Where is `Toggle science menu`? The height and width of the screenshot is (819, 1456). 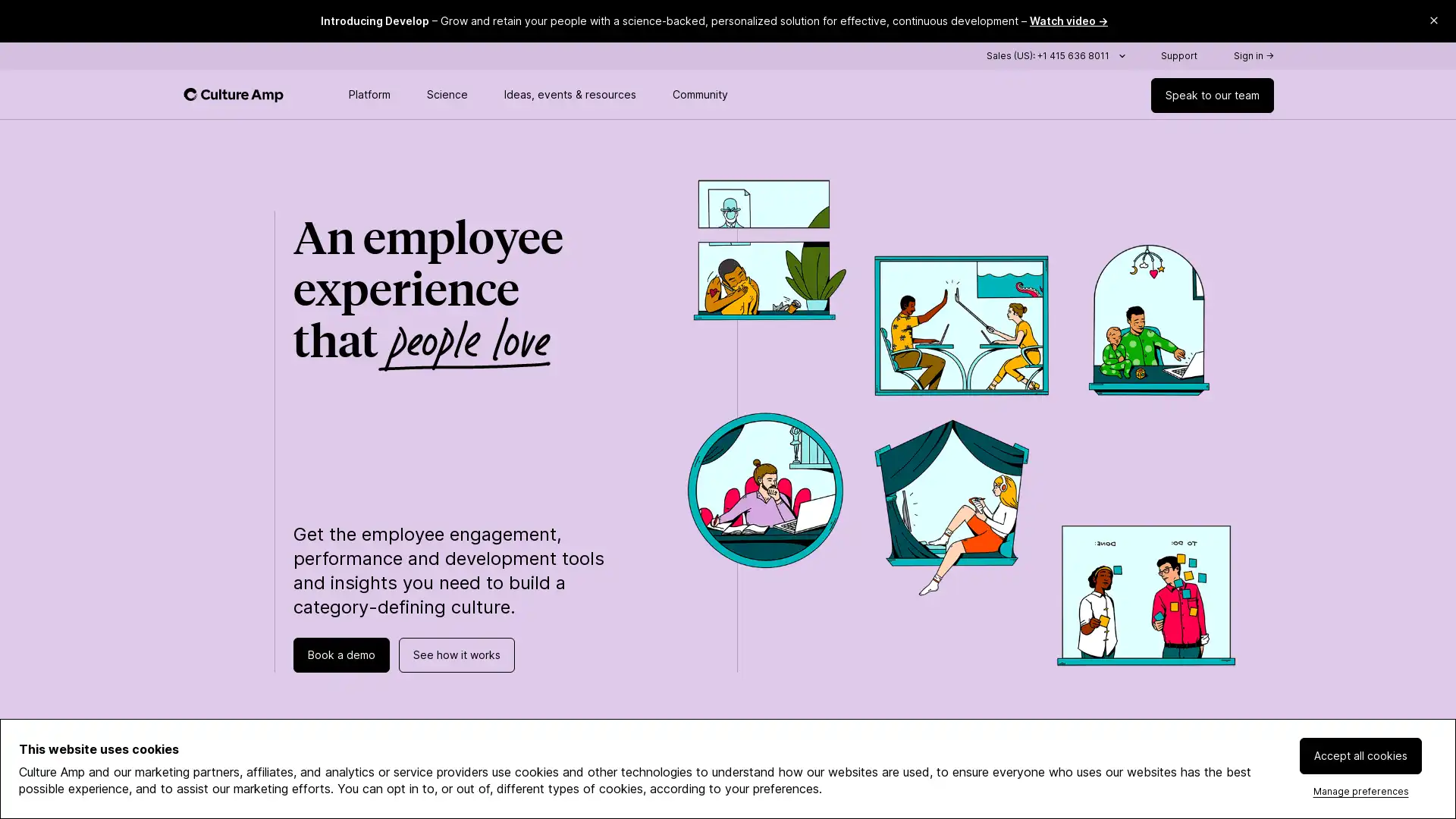 Toggle science menu is located at coordinates (447, 95).